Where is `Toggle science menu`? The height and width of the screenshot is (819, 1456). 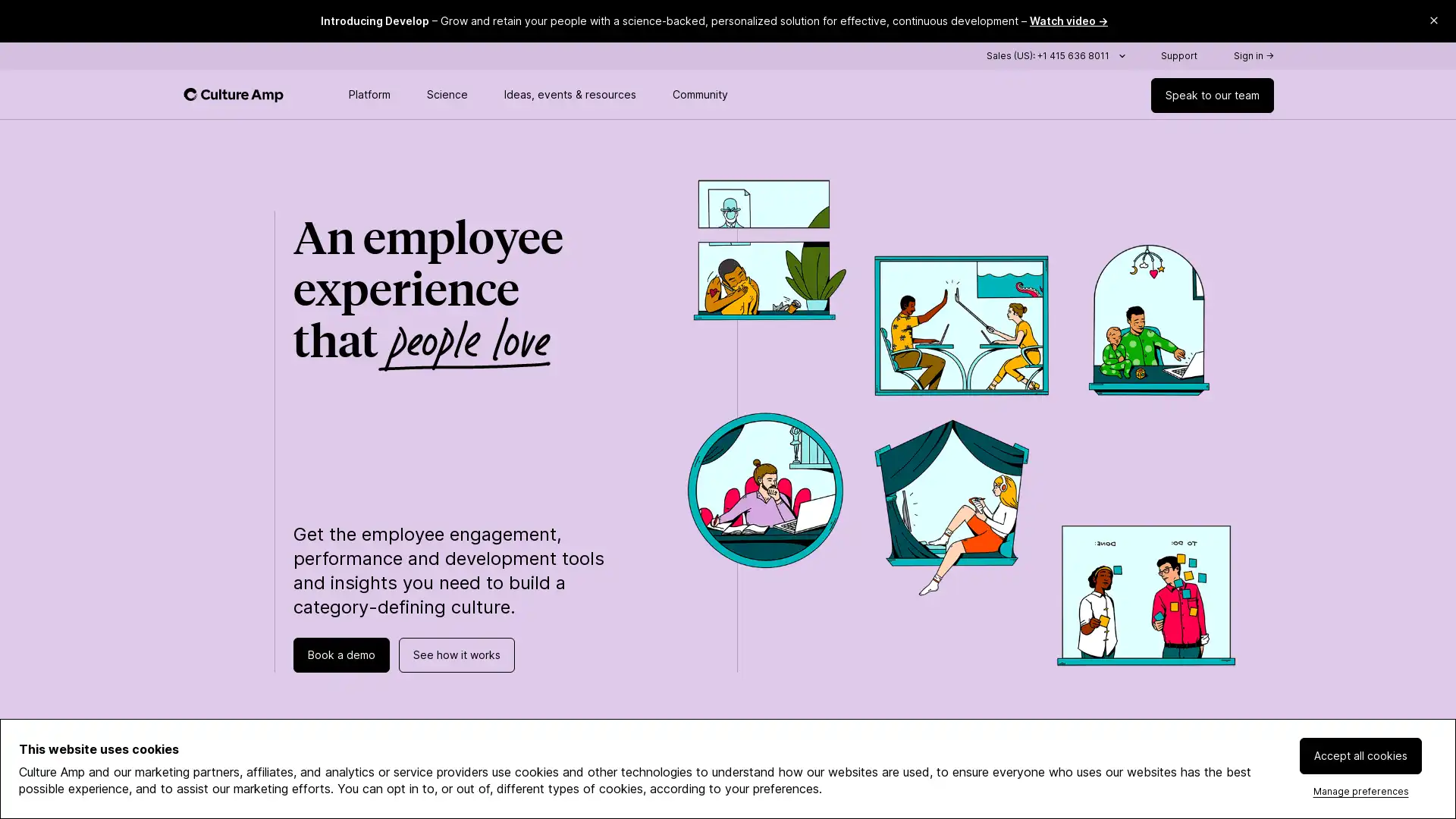 Toggle science menu is located at coordinates (447, 95).